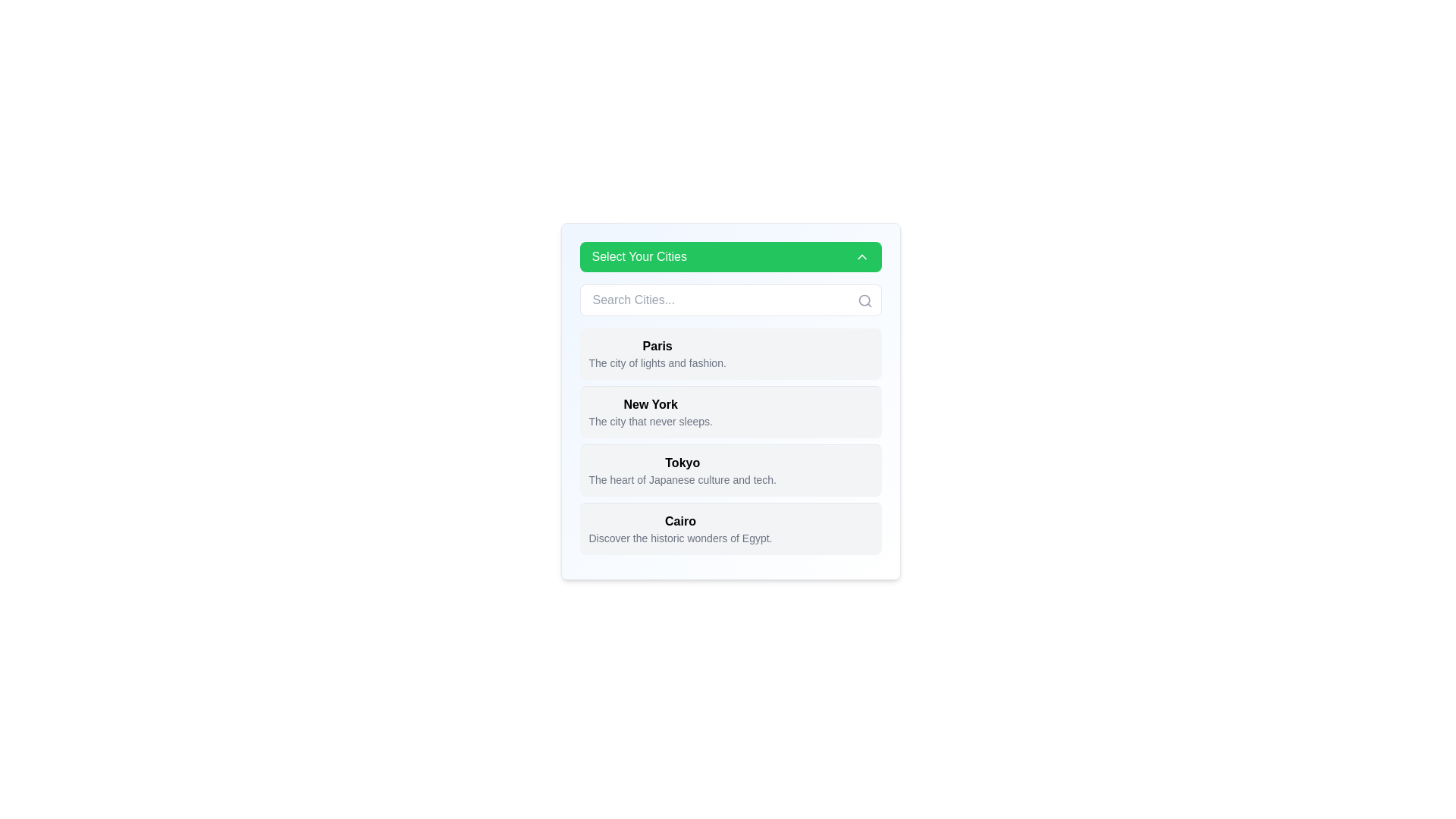 This screenshot has width=1456, height=819. What do you see at coordinates (651, 403) in the screenshot?
I see `the area surrounding the 'New York' text label, which serves as a title in a dropdown menu` at bounding box center [651, 403].